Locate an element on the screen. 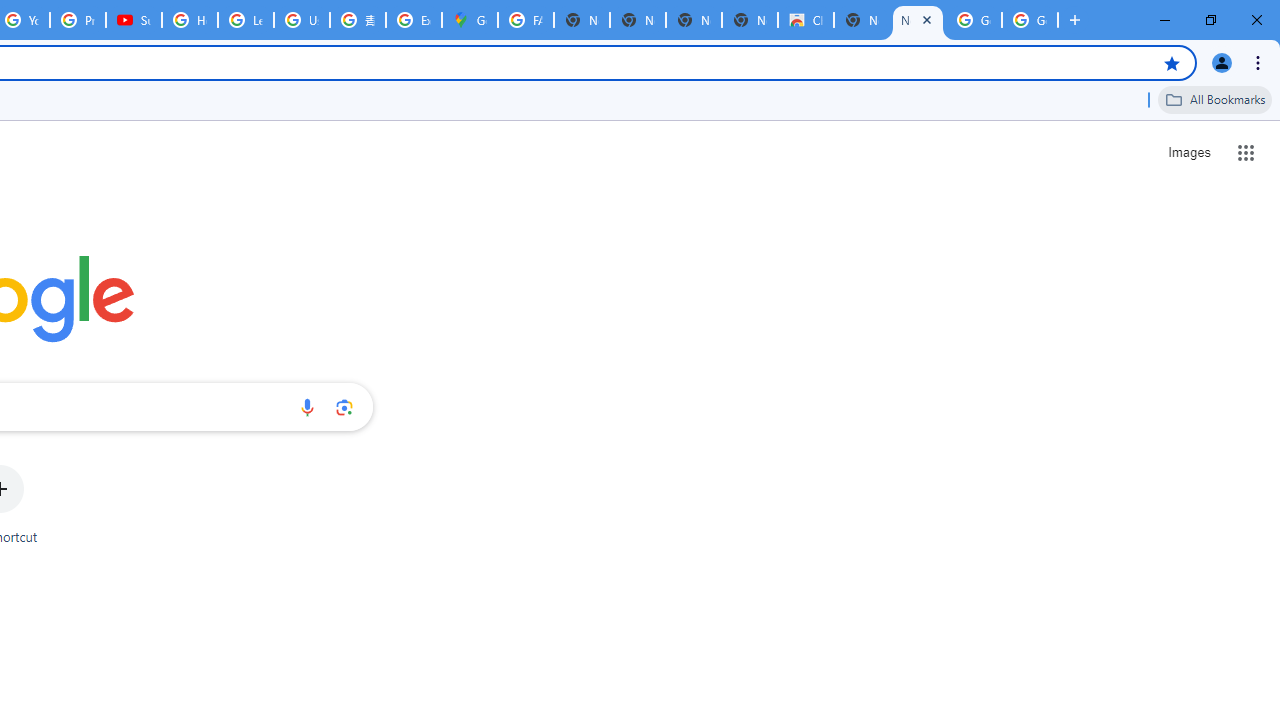 The height and width of the screenshot is (720, 1280). 'New Tab' is located at coordinates (862, 20).